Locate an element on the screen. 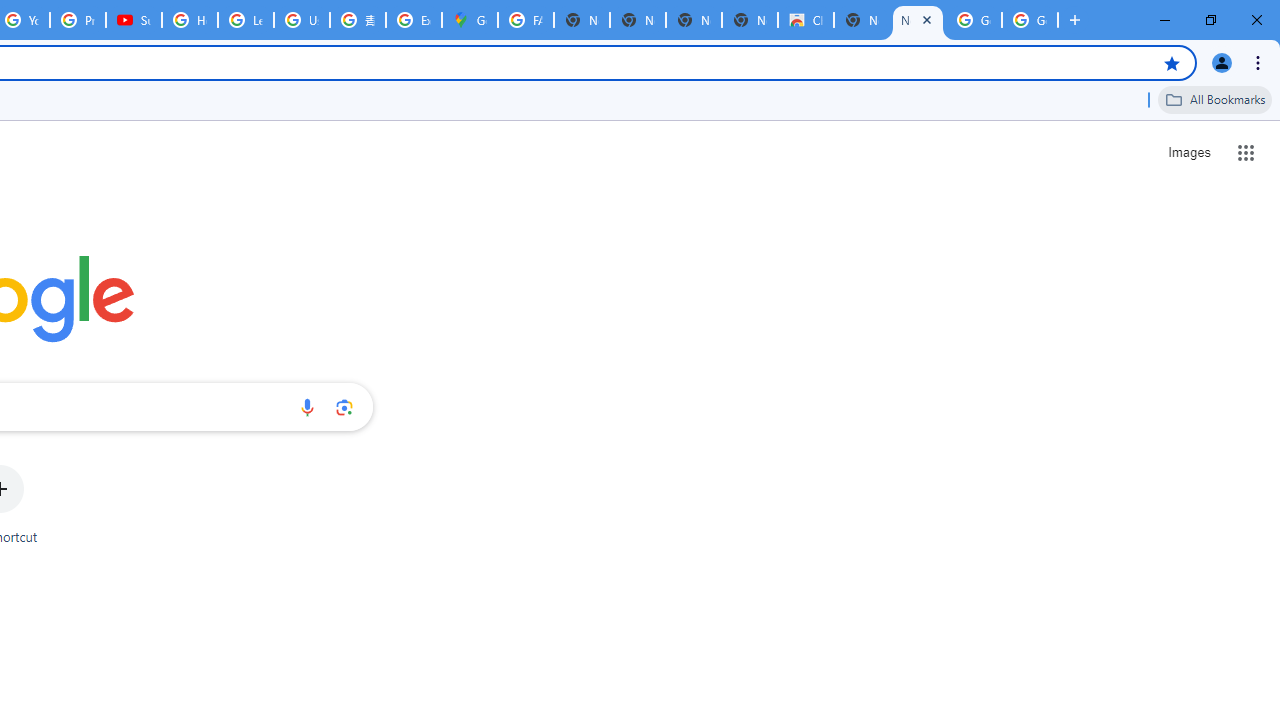 The height and width of the screenshot is (720, 1280). 'New Tab' is located at coordinates (862, 20).